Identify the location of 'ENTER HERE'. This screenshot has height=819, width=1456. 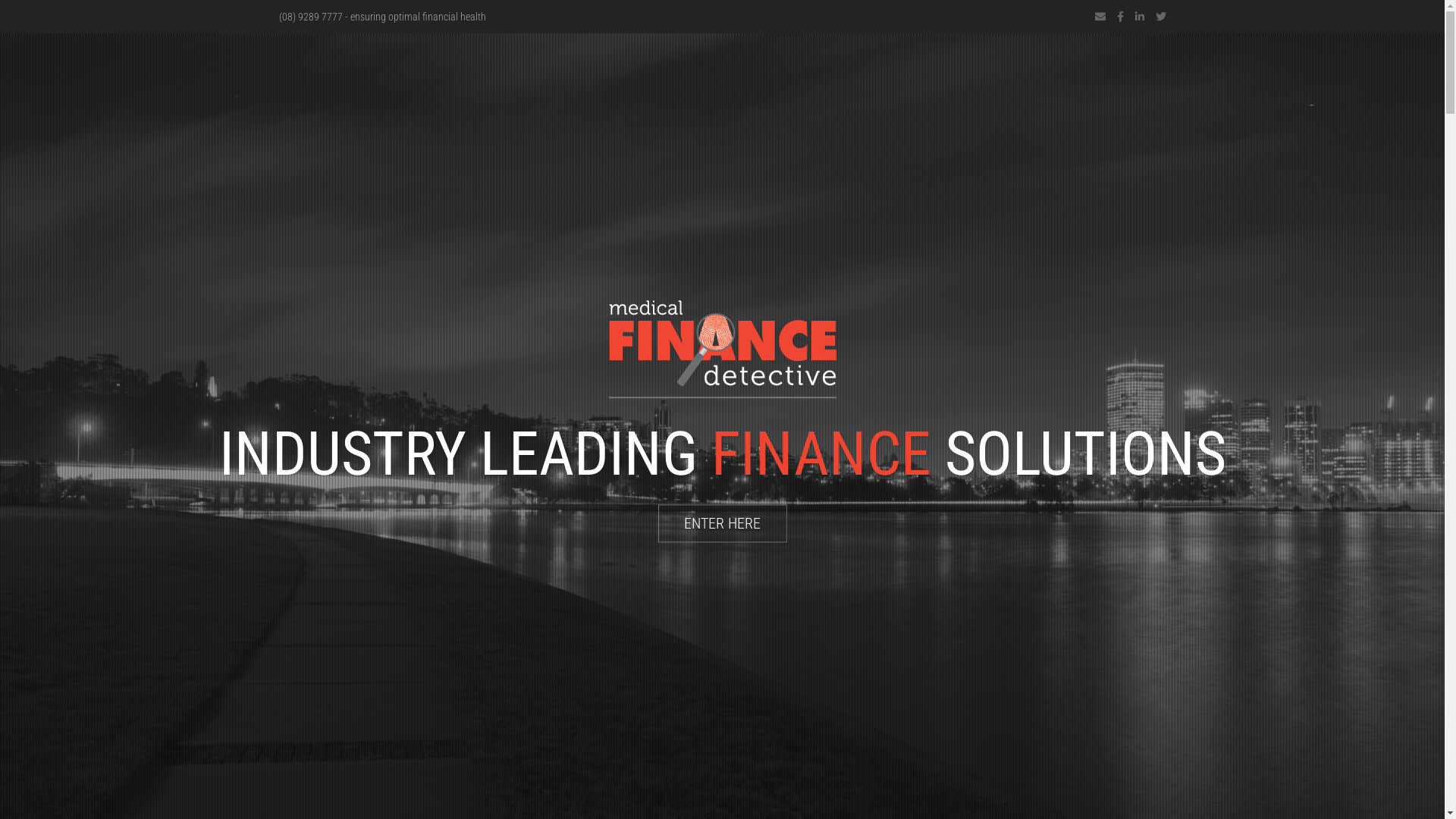
(658, 522).